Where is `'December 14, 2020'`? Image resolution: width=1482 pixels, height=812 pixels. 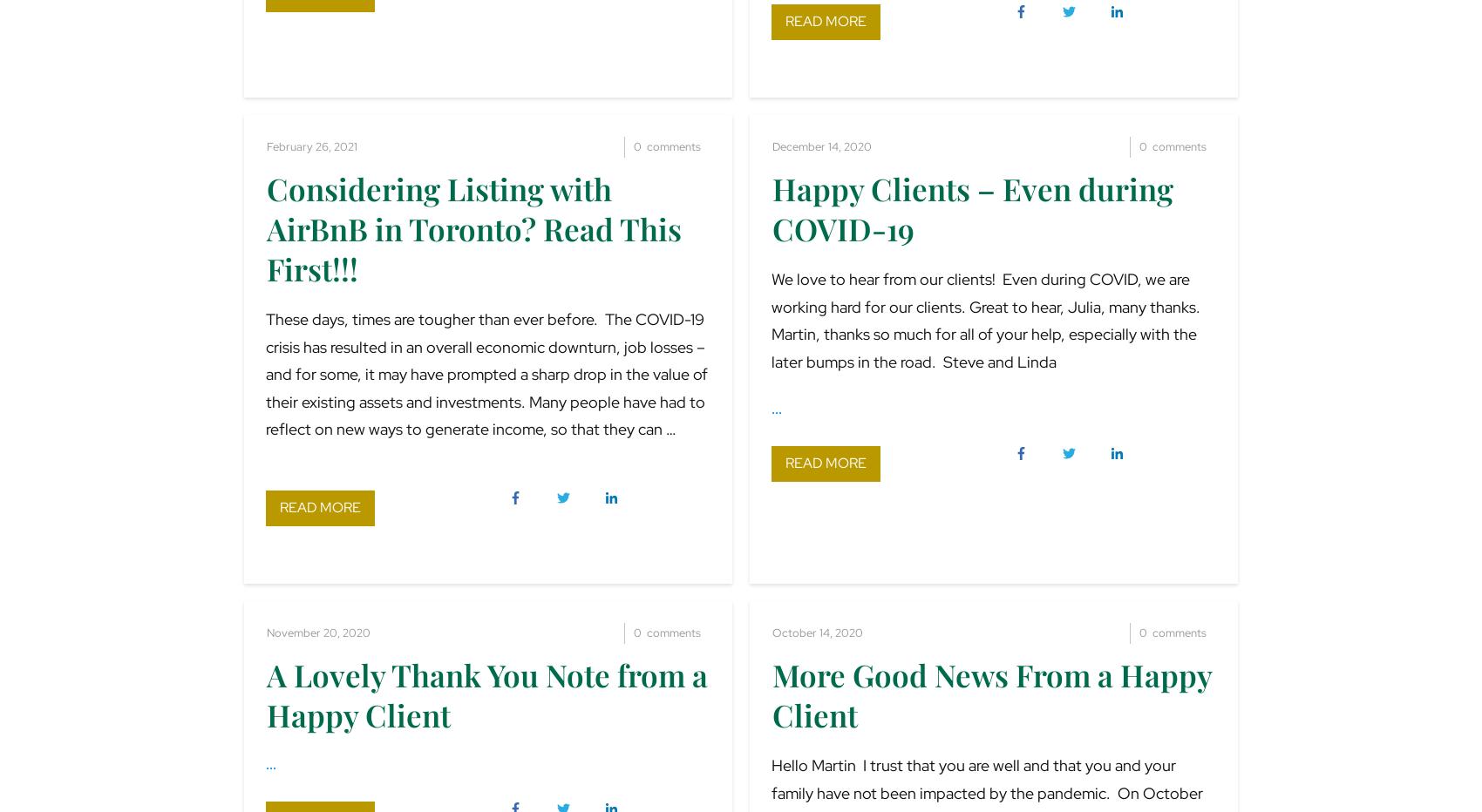 'December 14, 2020' is located at coordinates (821, 145).